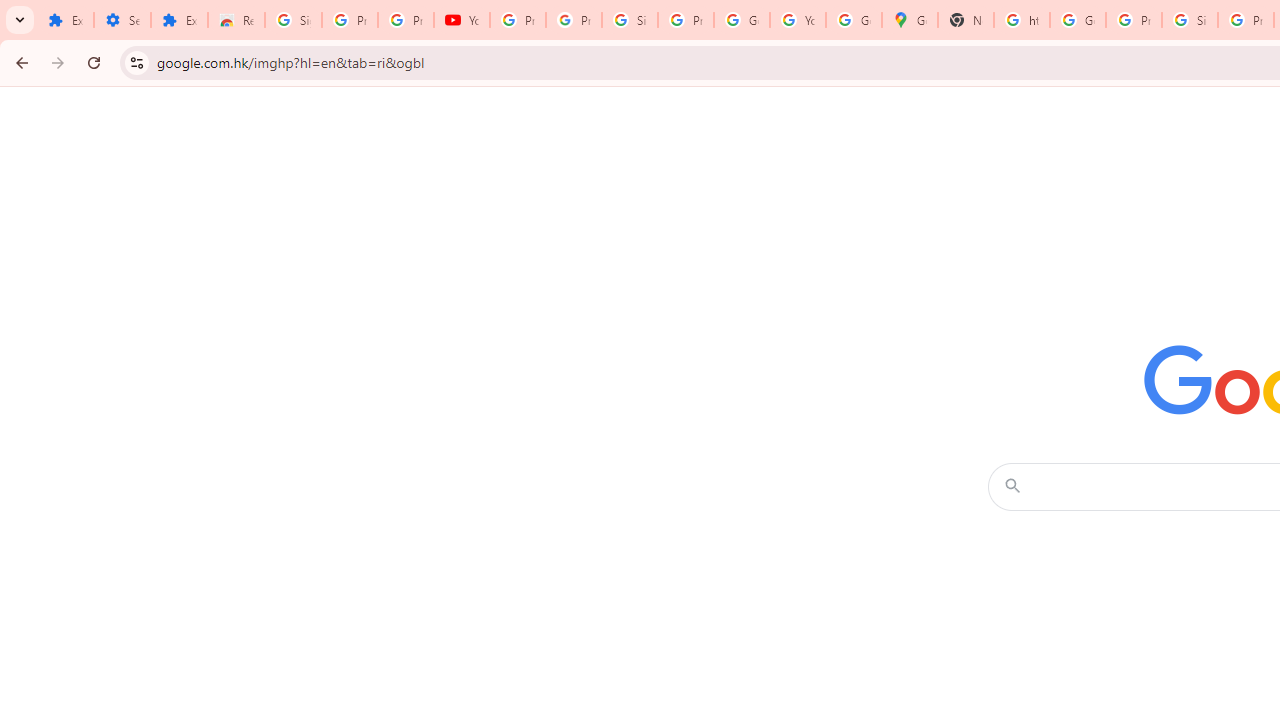 This screenshot has height=720, width=1280. What do you see at coordinates (65, 20) in the screenshot?
I see `'Extensions'` at bounding box center [65, 20].